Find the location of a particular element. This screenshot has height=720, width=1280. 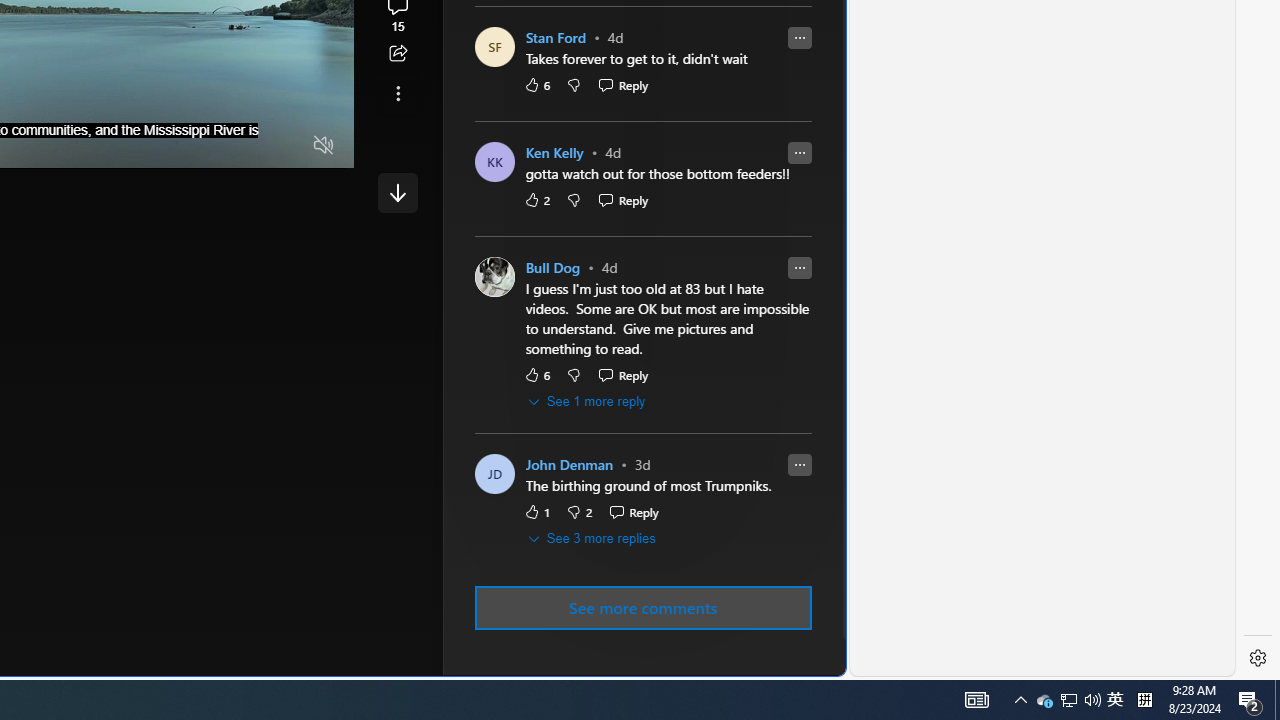

'2 Like' is located at coordinates (536, 200).